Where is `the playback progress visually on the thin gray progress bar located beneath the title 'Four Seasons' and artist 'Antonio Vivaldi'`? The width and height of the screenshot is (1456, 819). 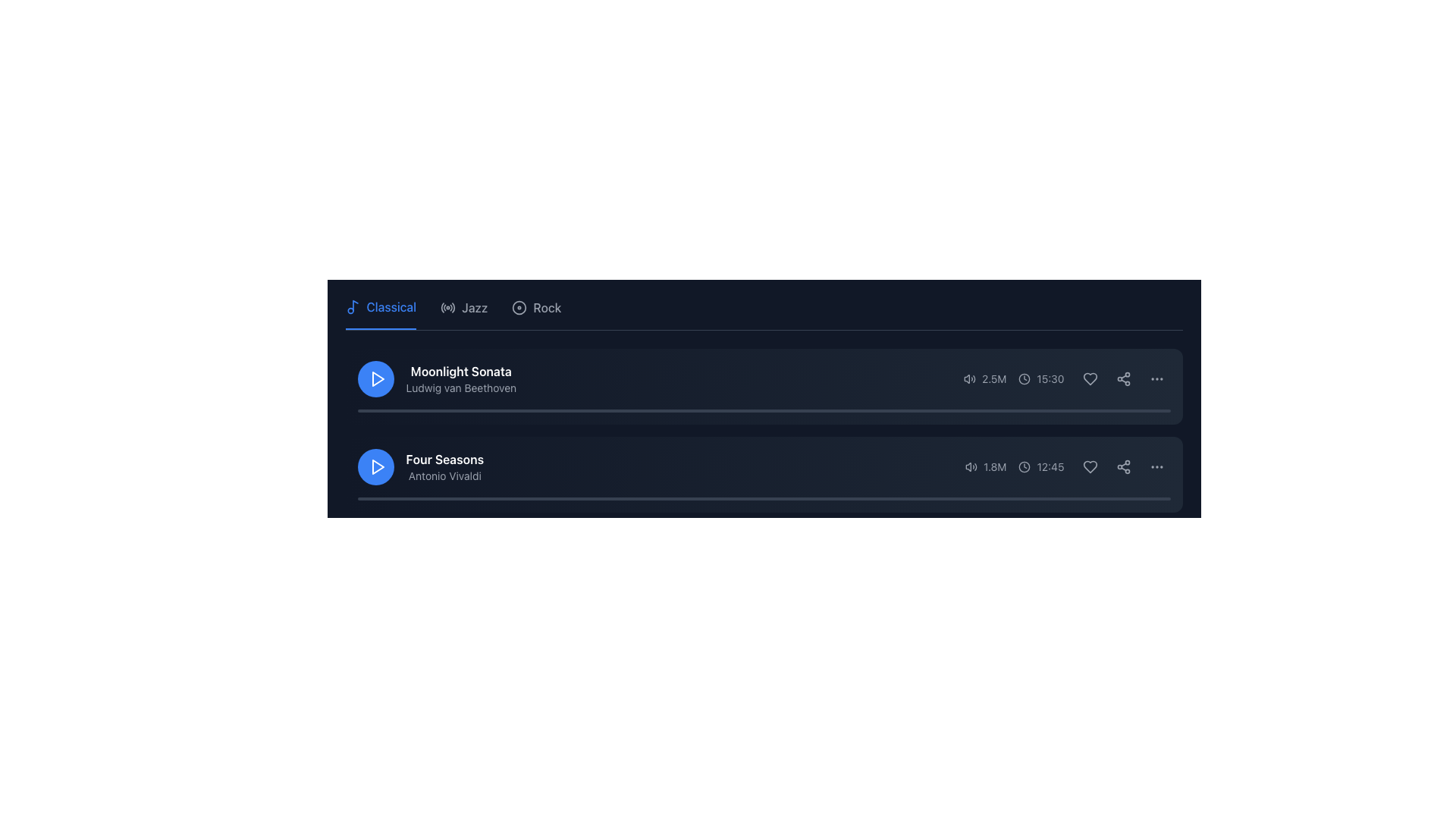 the playback progress visually on the thin gray progress bar located beneath the title 'Four Seasons' and artist 'Antonio Vivaldi' is located at coordinates (764, 499).